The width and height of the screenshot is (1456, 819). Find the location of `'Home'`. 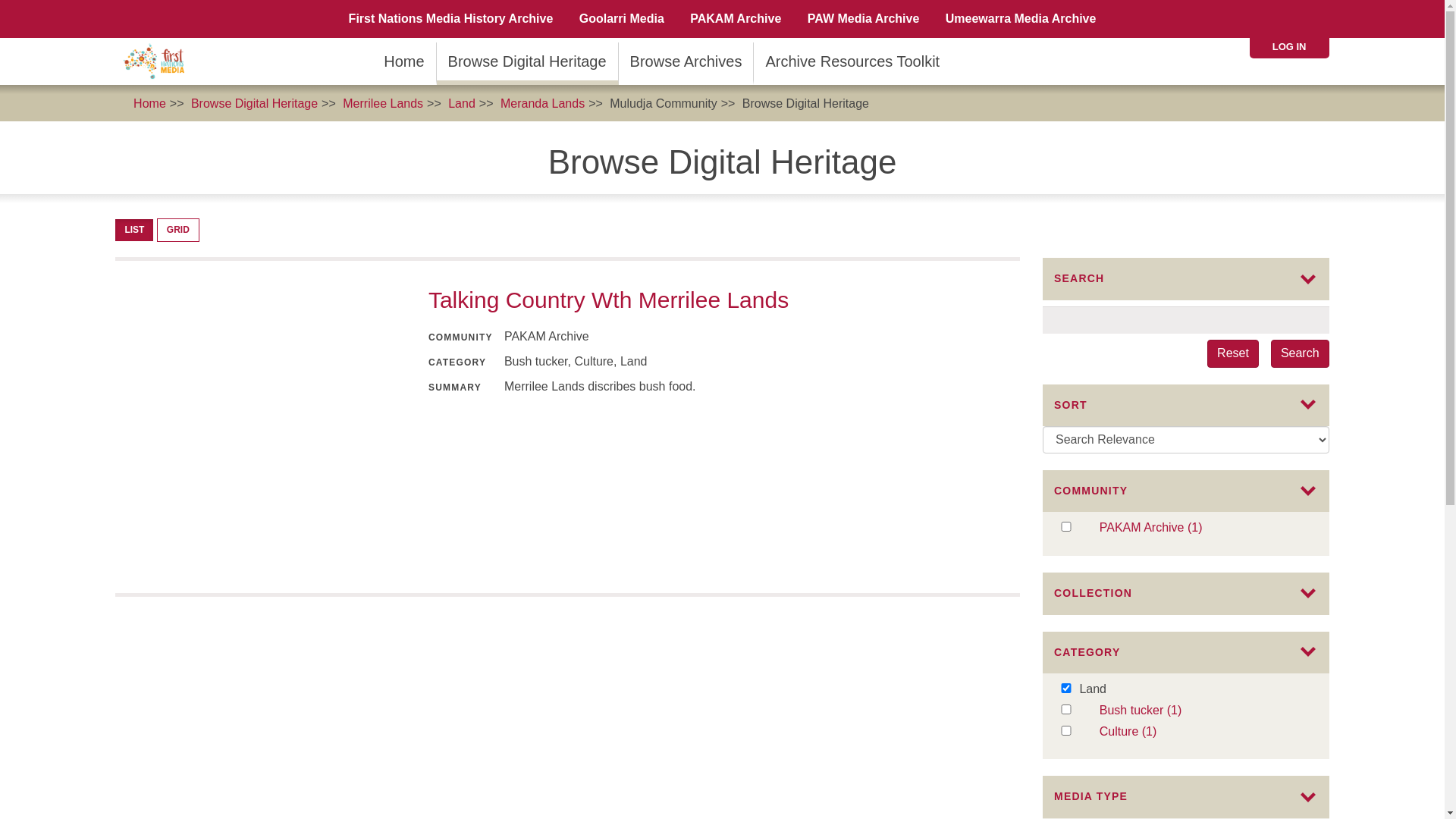

'Home' is located at coordinates (403, 61).